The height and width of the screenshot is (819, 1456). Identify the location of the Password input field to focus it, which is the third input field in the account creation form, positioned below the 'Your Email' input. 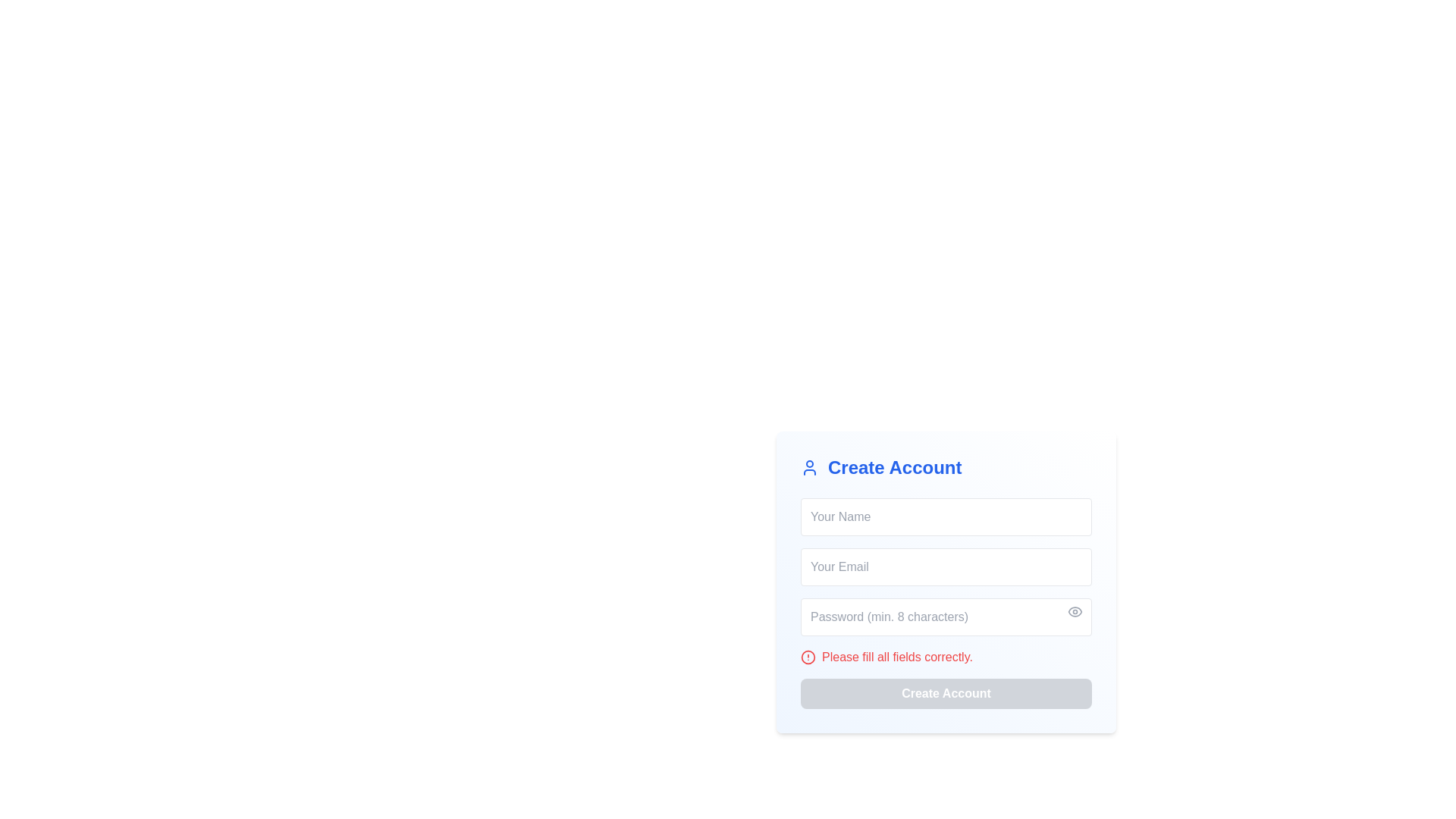
(946, 617).